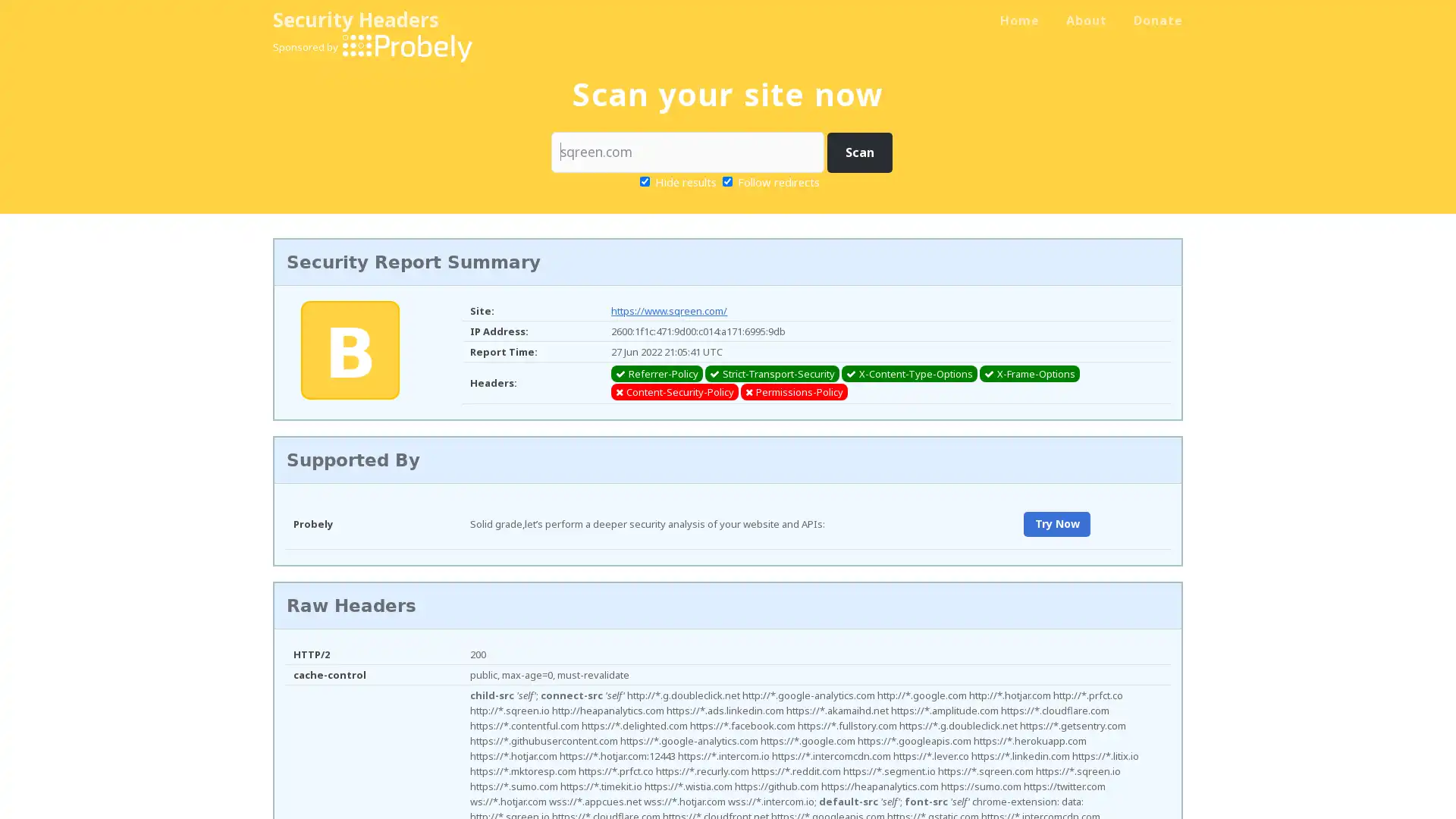  Describe the element at coordinates (1056, 523) in the screenshot. I see `Try Now` at that location.